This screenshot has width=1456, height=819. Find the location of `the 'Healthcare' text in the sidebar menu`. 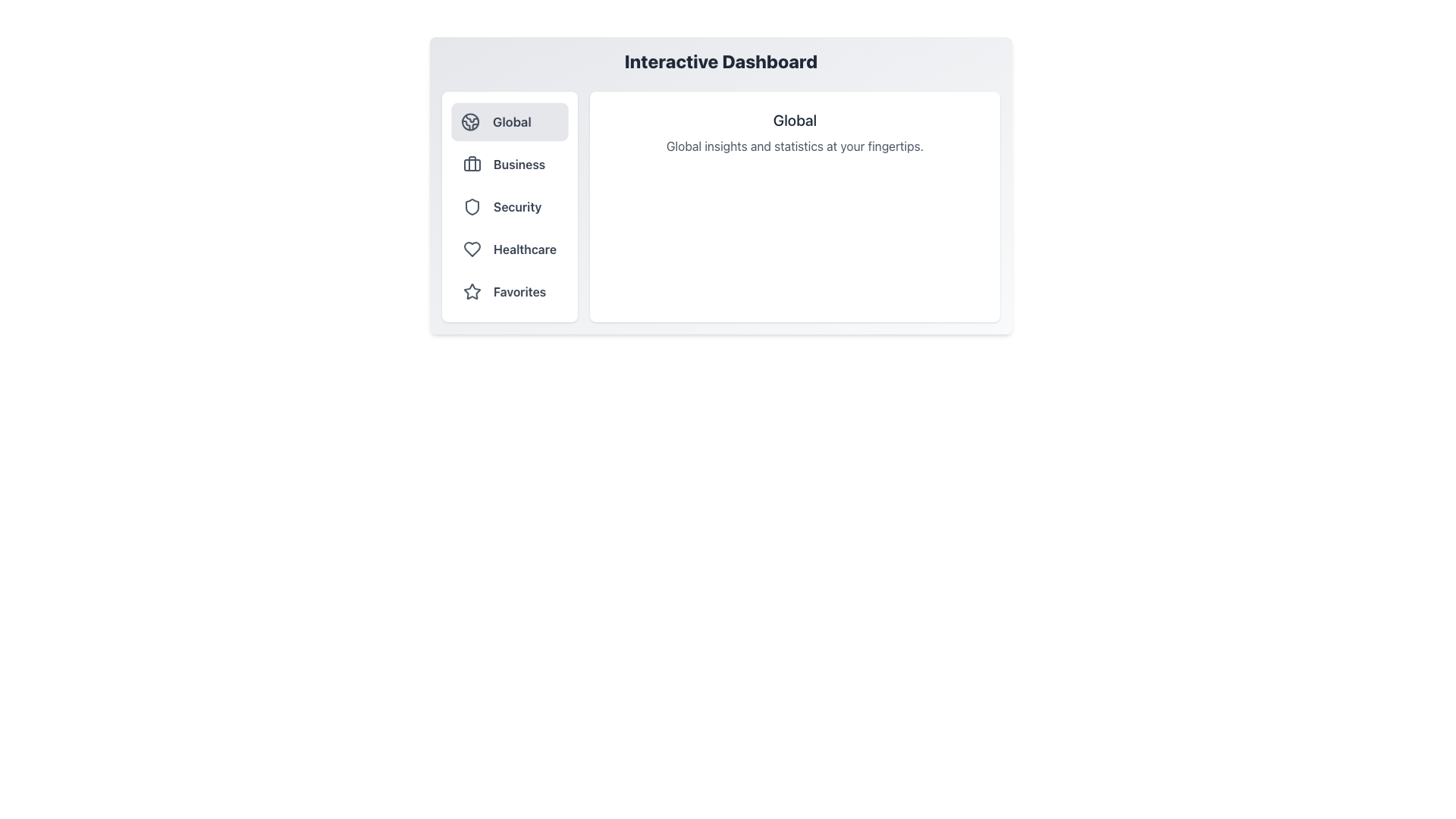

the 'Healthcare' text in the sidebar menu is located at coordinates (525, 248).